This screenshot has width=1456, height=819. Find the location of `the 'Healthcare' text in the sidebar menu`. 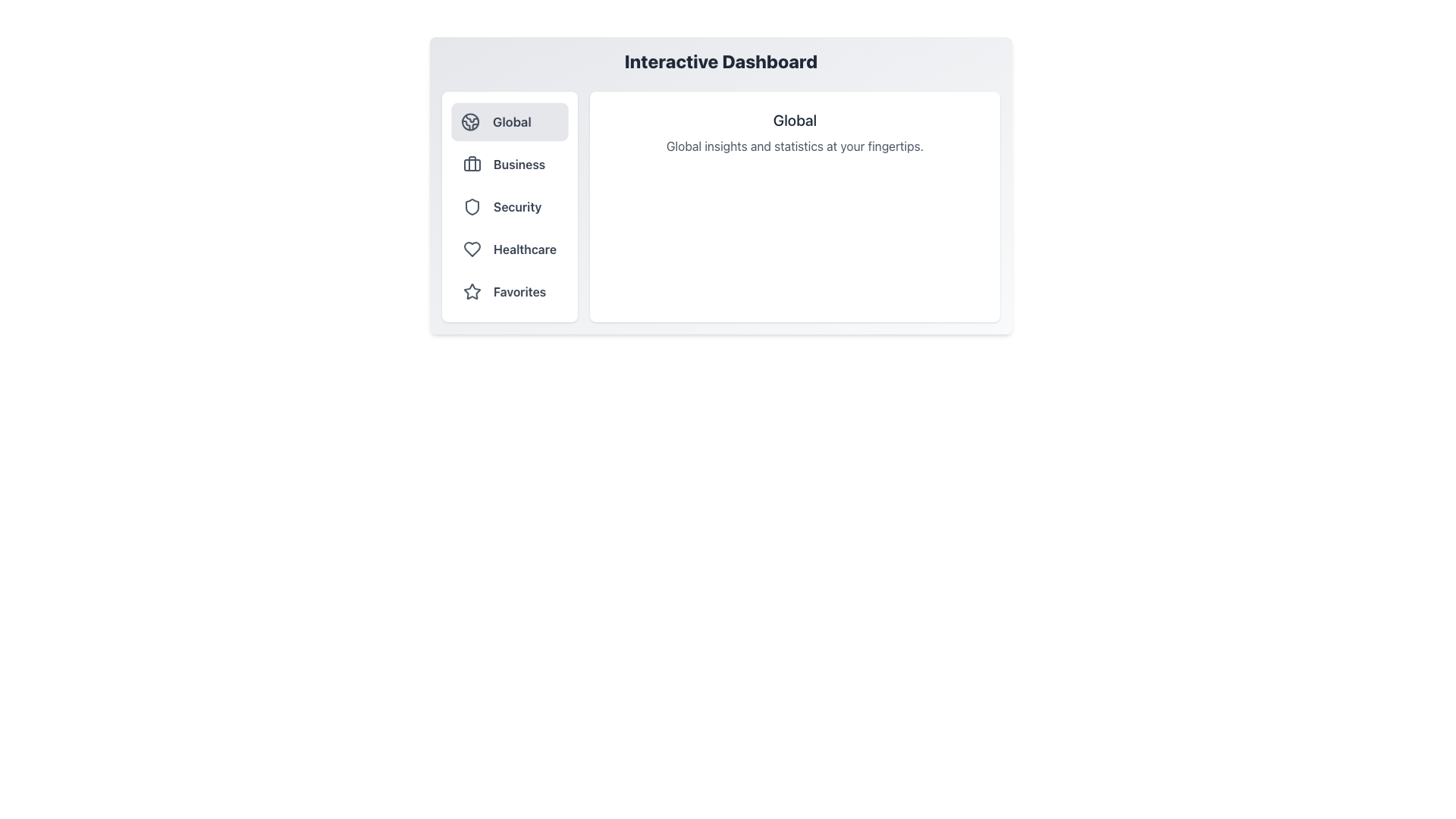

the 'Healthcare' text in the sidebar menu is located at coordinates (525, 248).